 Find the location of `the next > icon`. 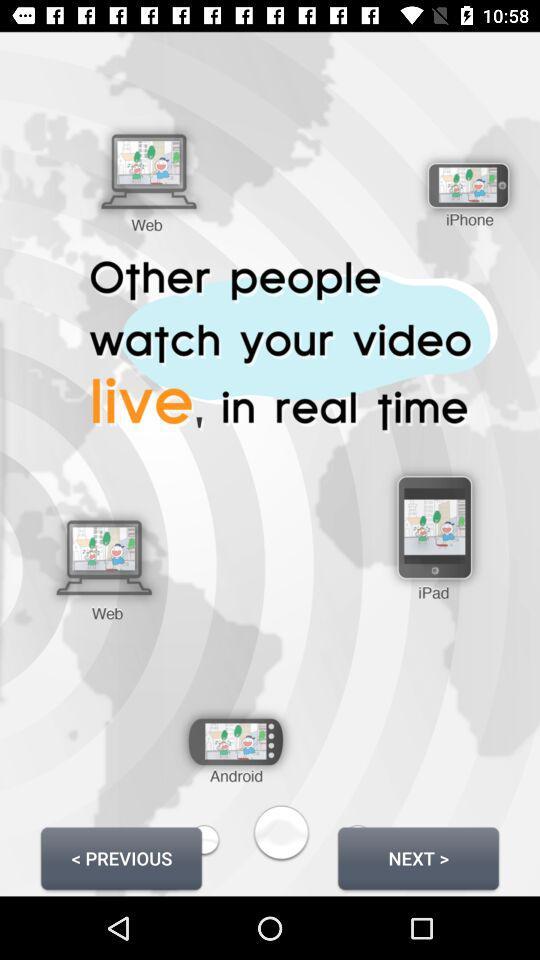

the next > icon is located at coordinates (417, 857).